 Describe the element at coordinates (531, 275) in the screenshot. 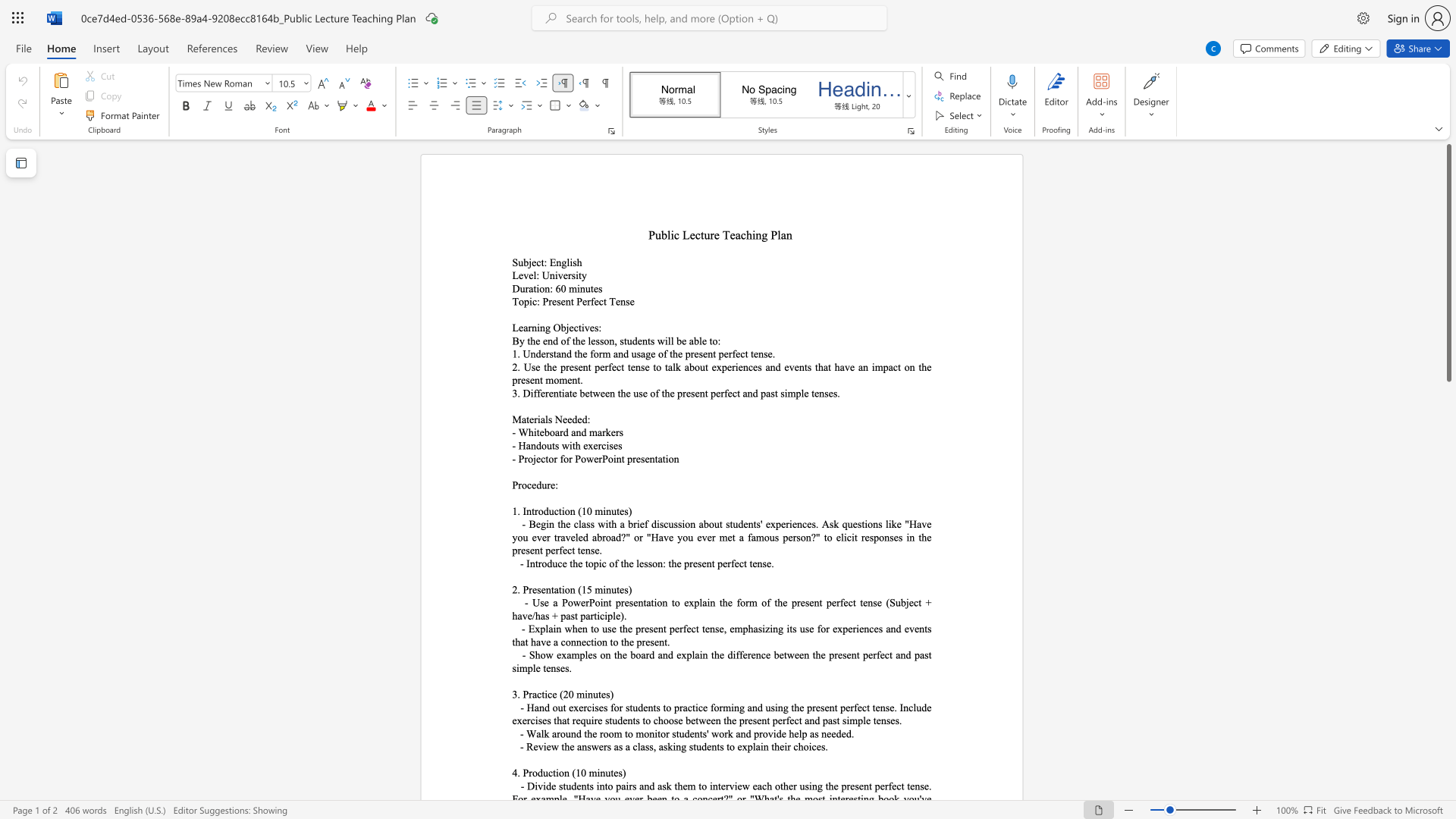

I see `the 2th character "e" in the text` at that location.